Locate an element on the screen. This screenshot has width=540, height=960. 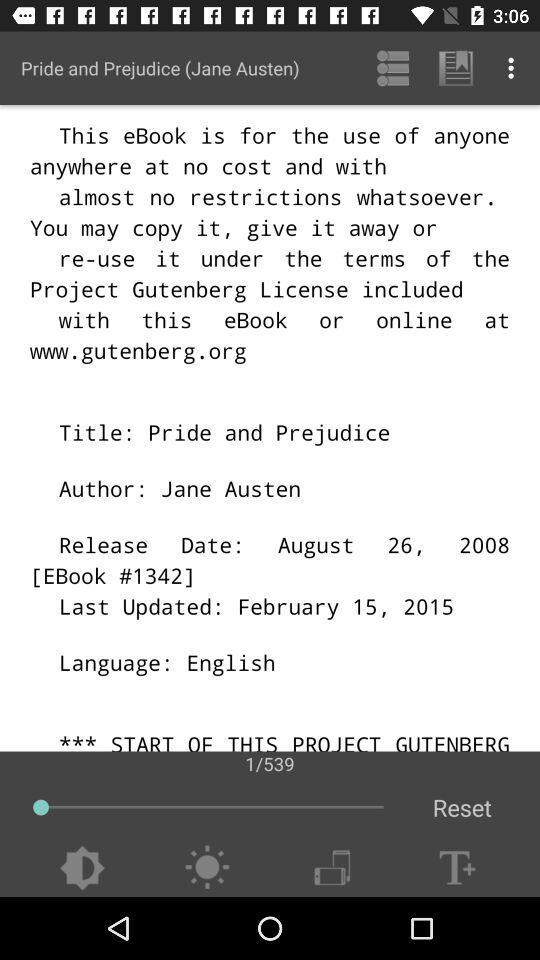
app above the 1/539 app is located at coordinates (455, 68).